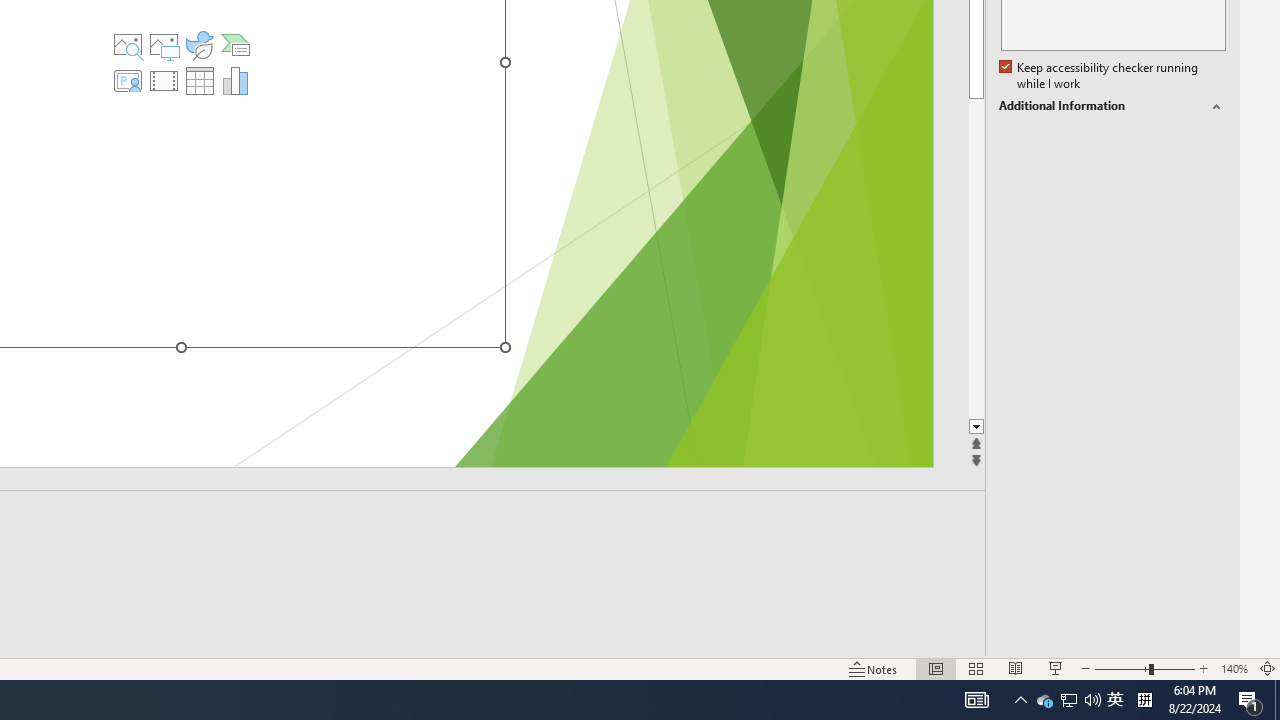  I want to click on 'Insert Chart', so click(236, 80).